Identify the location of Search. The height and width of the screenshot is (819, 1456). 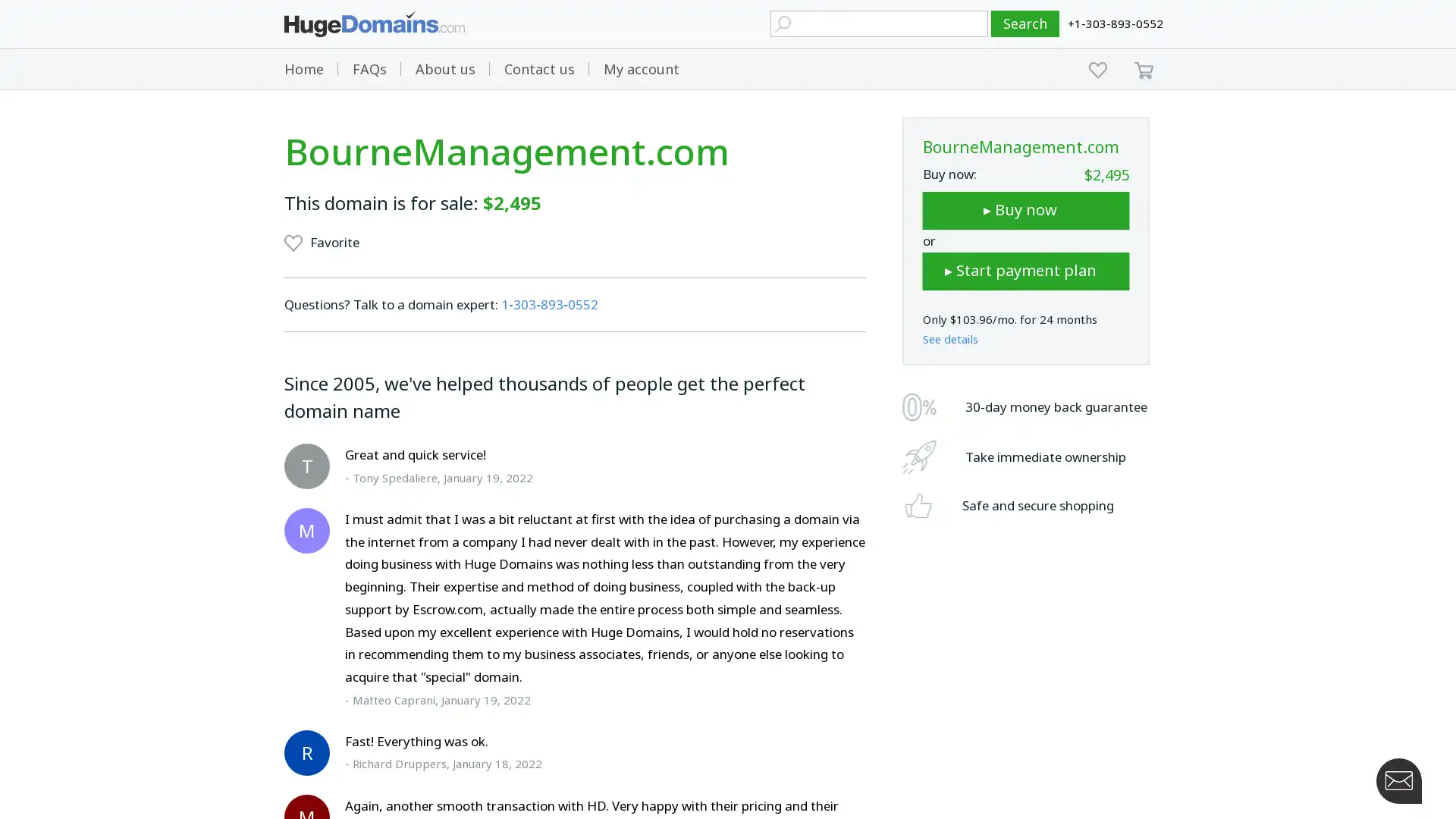
(1025, 24).